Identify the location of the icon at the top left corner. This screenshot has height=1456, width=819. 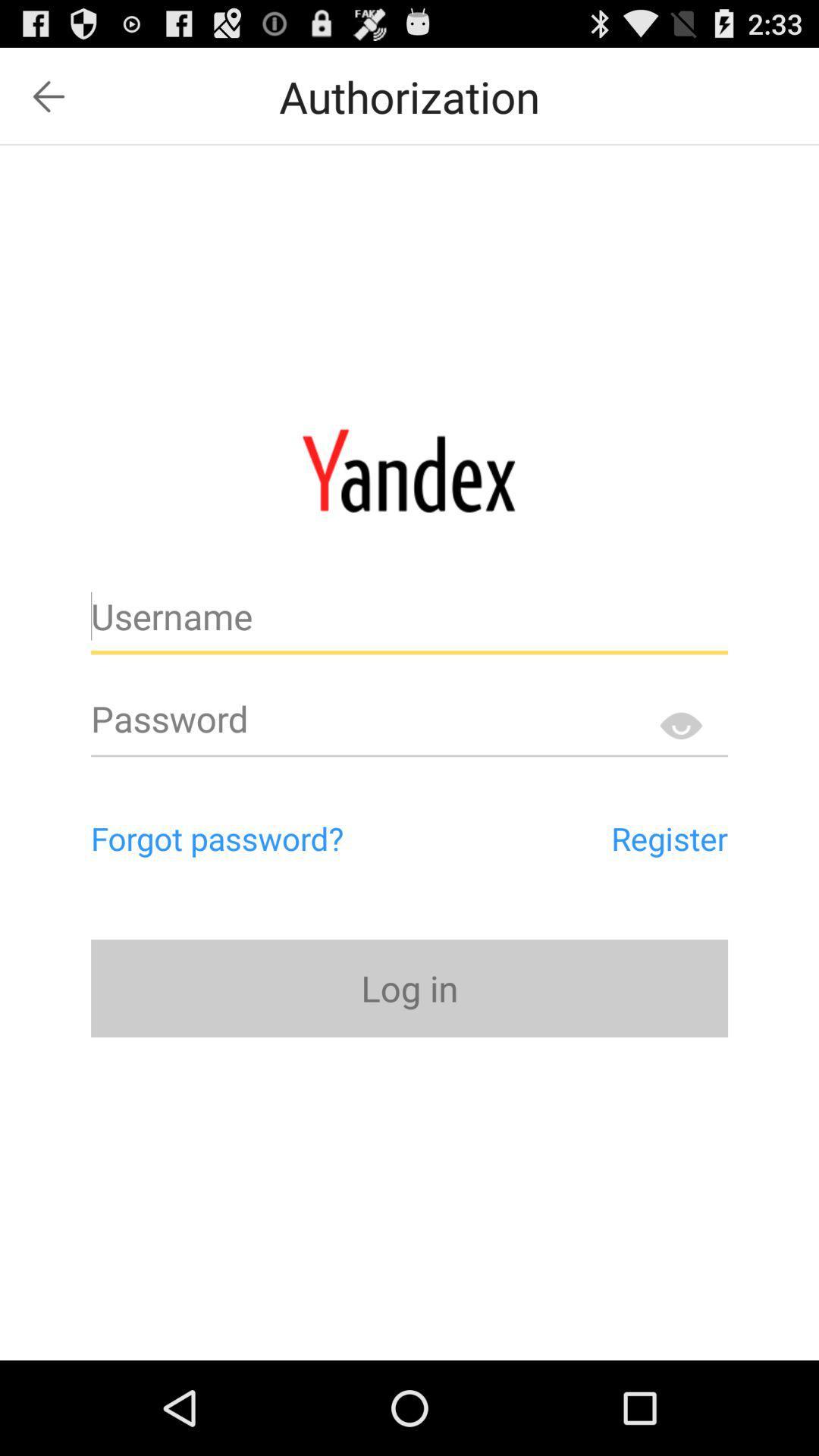
(48, 96).